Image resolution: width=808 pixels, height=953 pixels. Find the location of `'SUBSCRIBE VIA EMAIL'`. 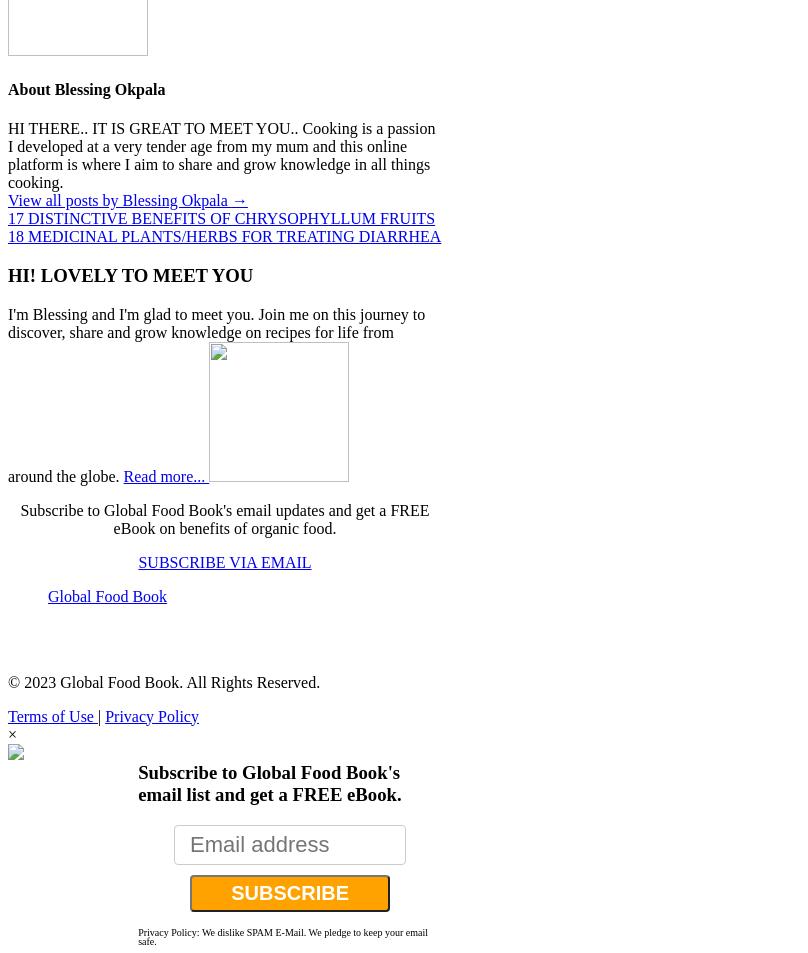

'SUBSCRIBE VIA EMAIL' is located at coordinates (224, 561).